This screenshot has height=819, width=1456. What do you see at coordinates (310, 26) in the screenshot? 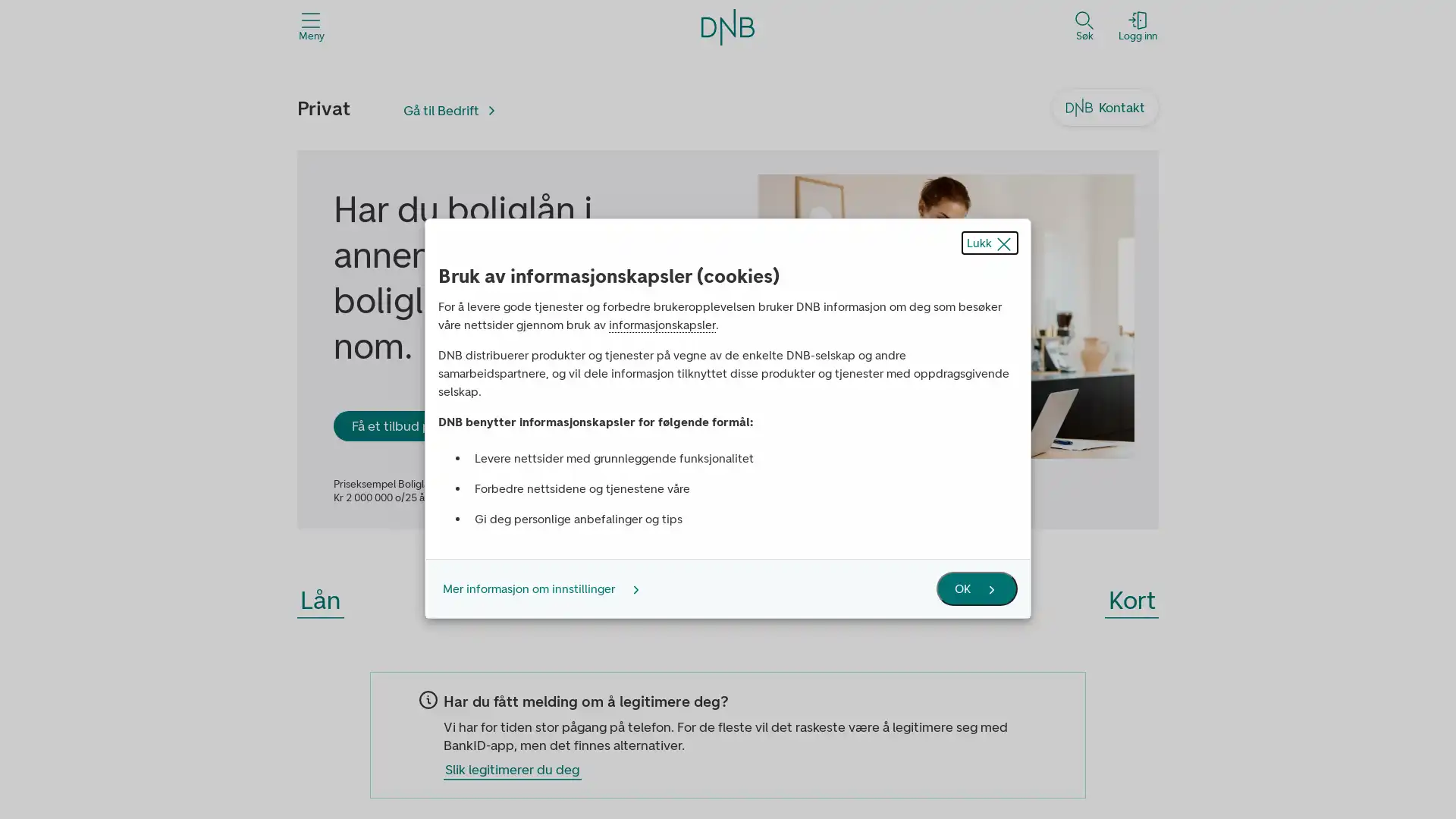
I see `Meny` at bounding box center [310, 26].